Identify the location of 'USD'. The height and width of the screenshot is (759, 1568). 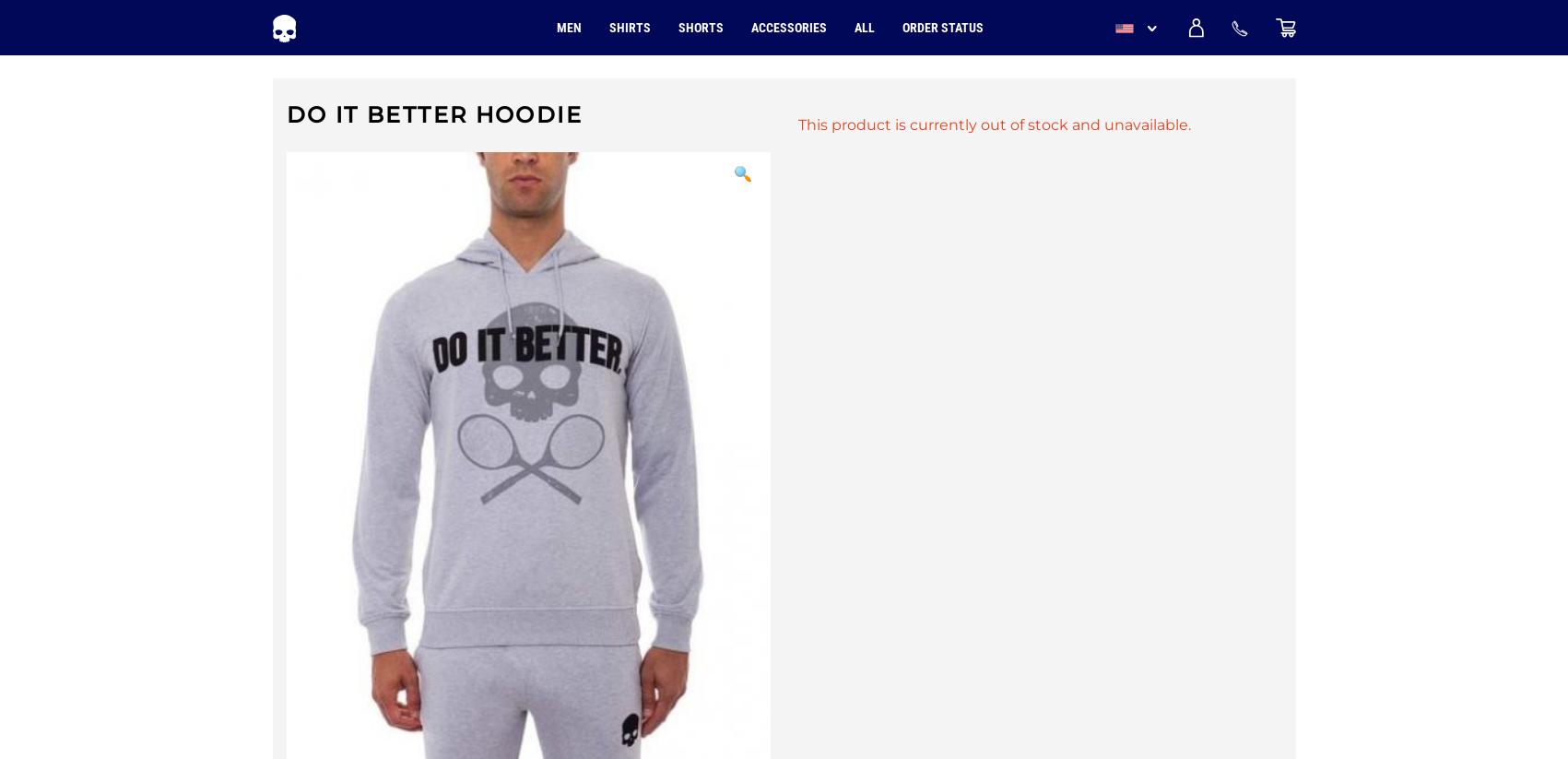
(1156, 84).